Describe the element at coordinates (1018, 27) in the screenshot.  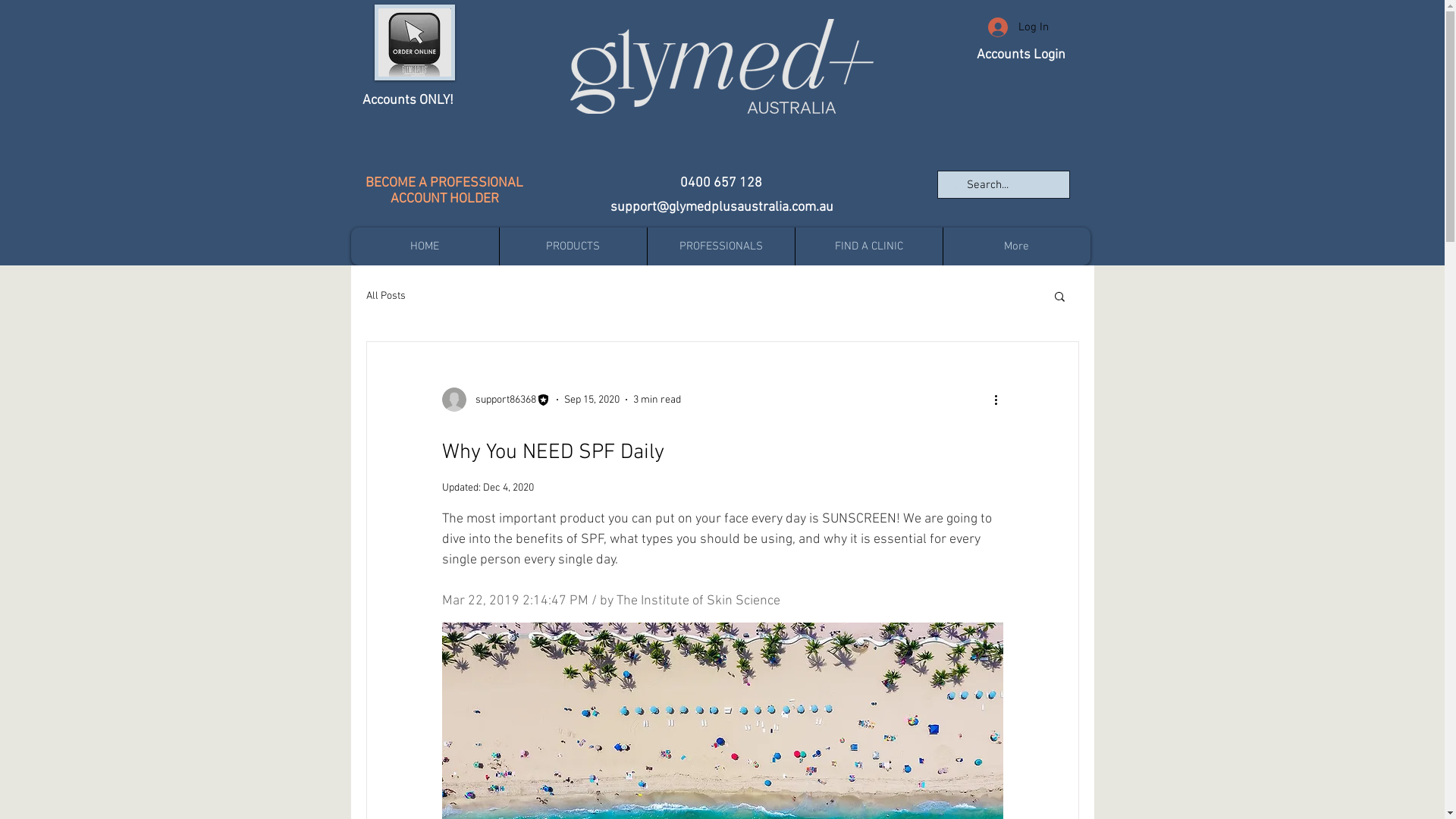
I see `'Log In'` at that location.